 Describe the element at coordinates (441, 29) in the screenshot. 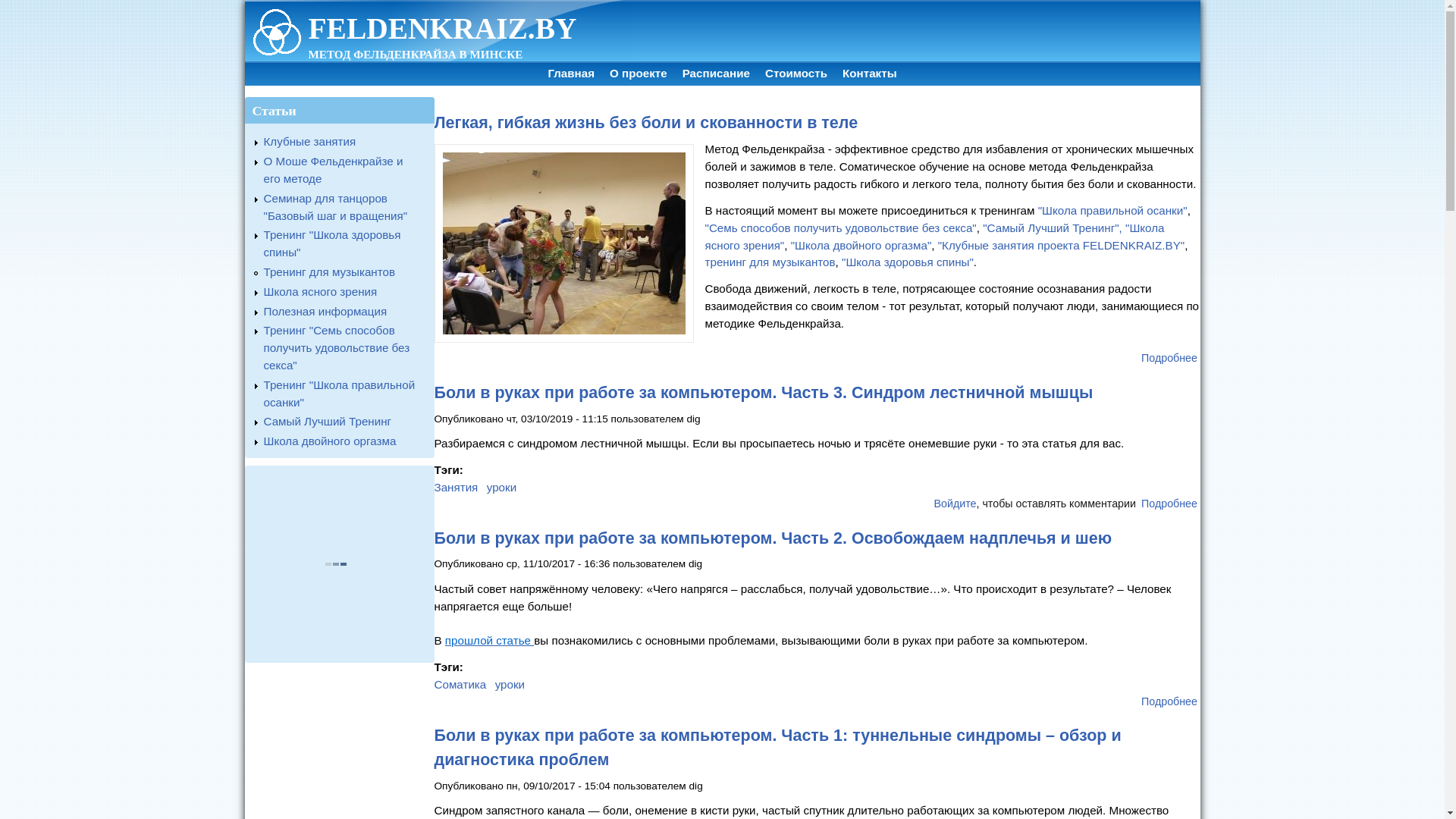

I see `'FELDENKRAIZ.BY'` at that location.